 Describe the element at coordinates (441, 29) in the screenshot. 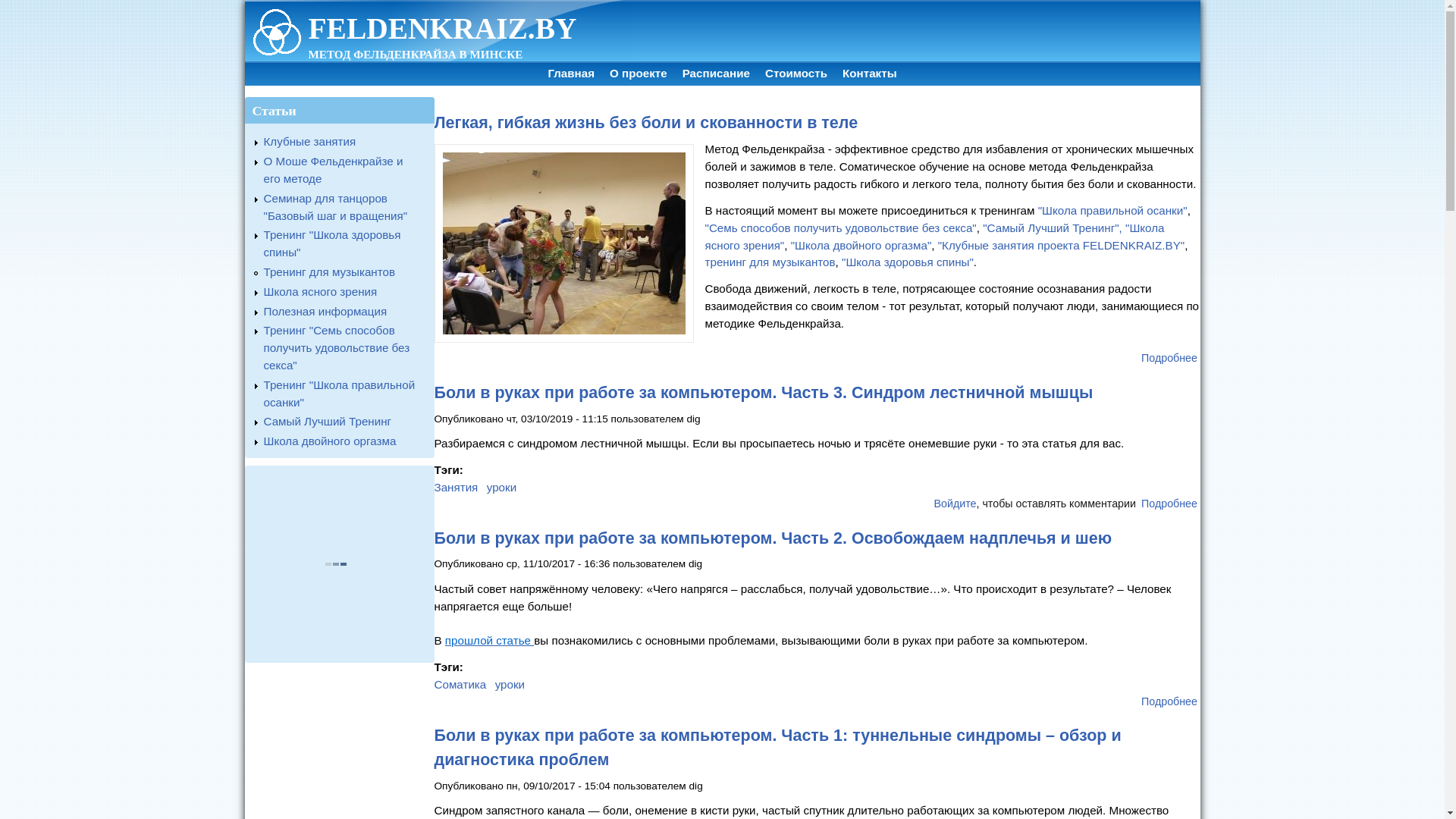

I see `'FELDENKRAIZ.BY'` at that location.